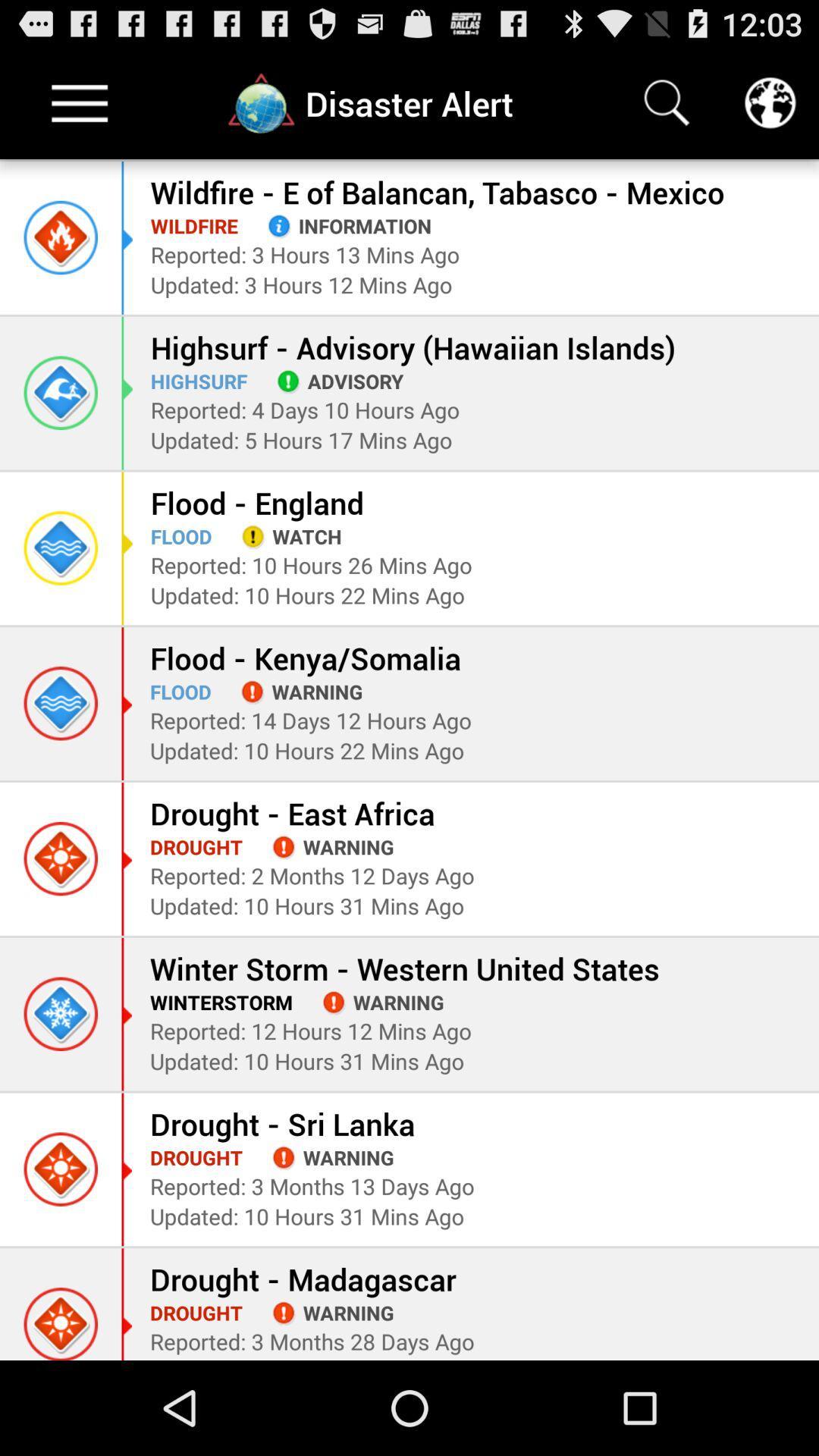  What do you see at coordinates (666, 102) in the screenshot?
I see `search` at bounding box center [666, 102].